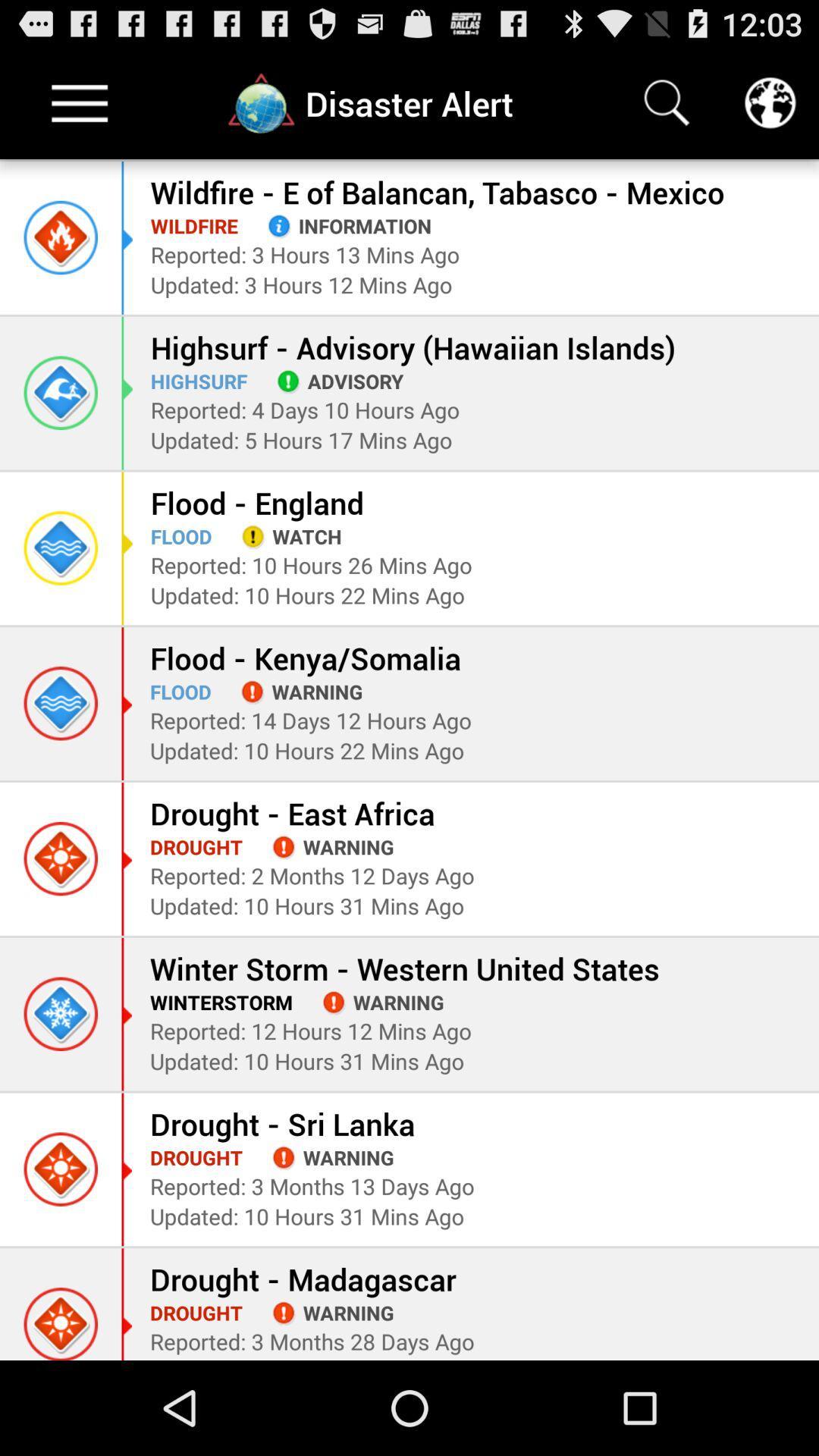  What do you see at coordinates (666, 102) in the screenshot?
I see `search` at bounding box center [666, 102].